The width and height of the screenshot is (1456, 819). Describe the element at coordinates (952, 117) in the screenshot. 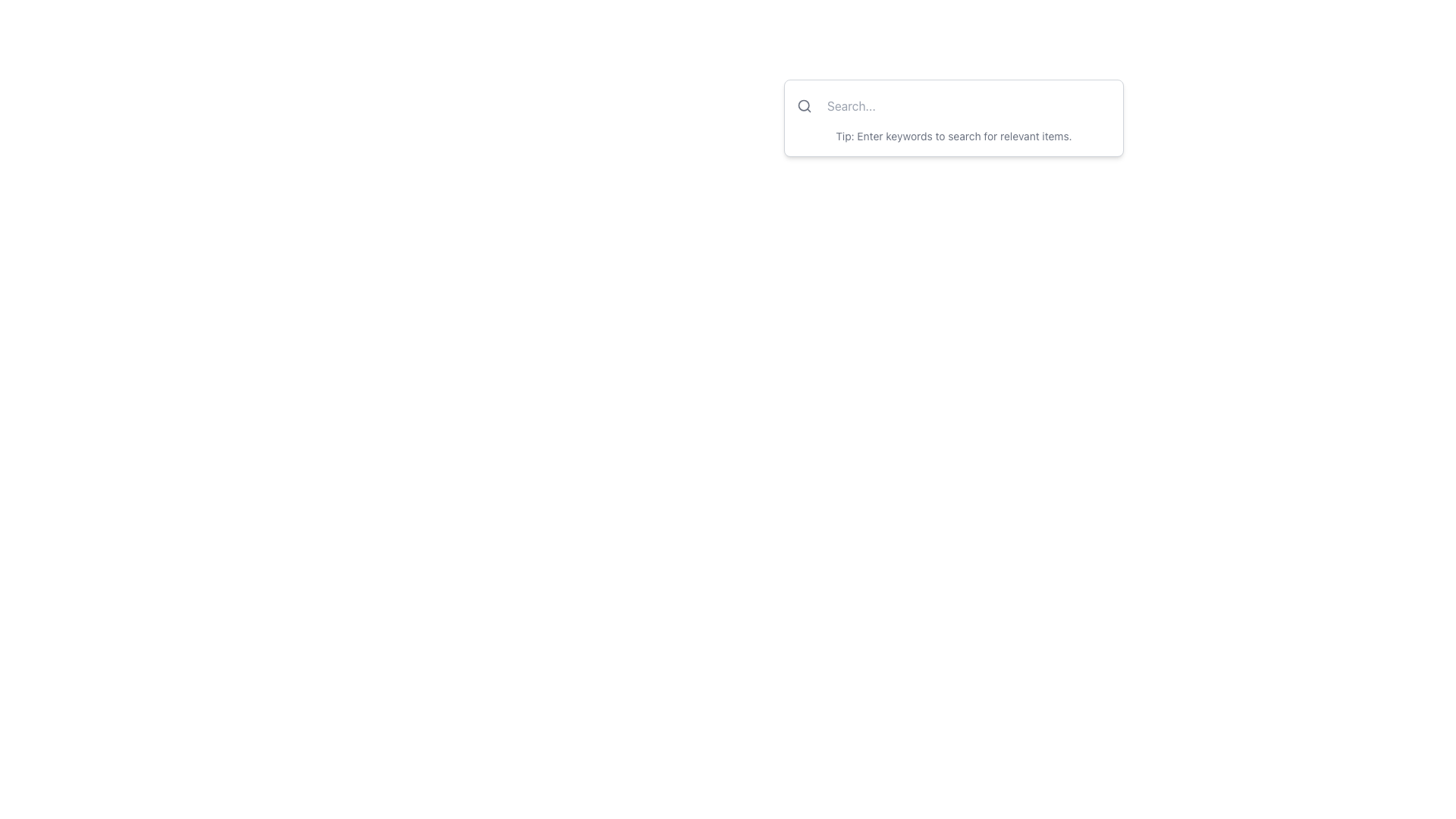

I see `the search input field to type keywords for searching relevant items` at that location.